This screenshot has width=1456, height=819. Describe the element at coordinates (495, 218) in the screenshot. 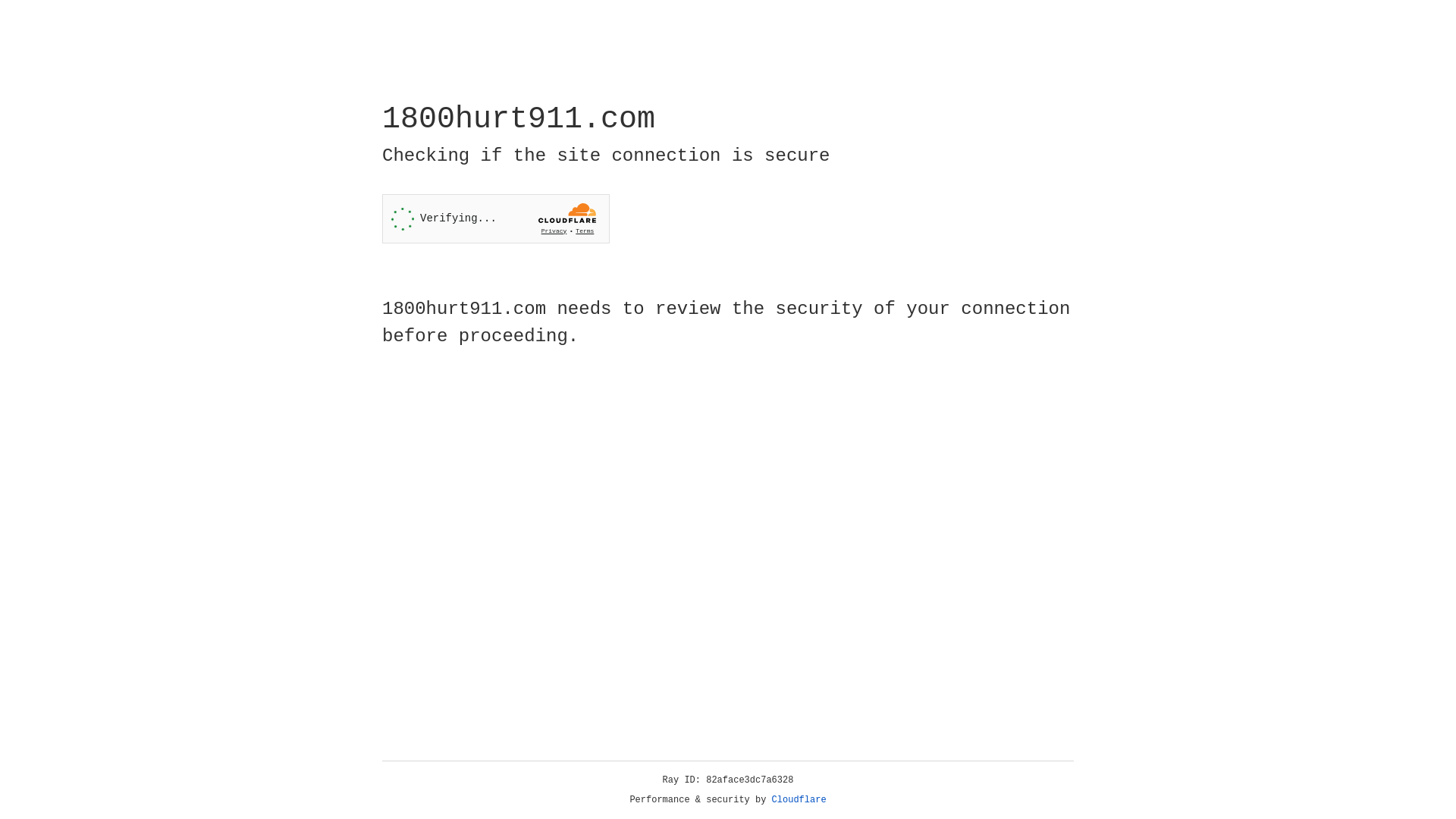

I see `'Widget containing a Cloudflare security challenge'` at that location.